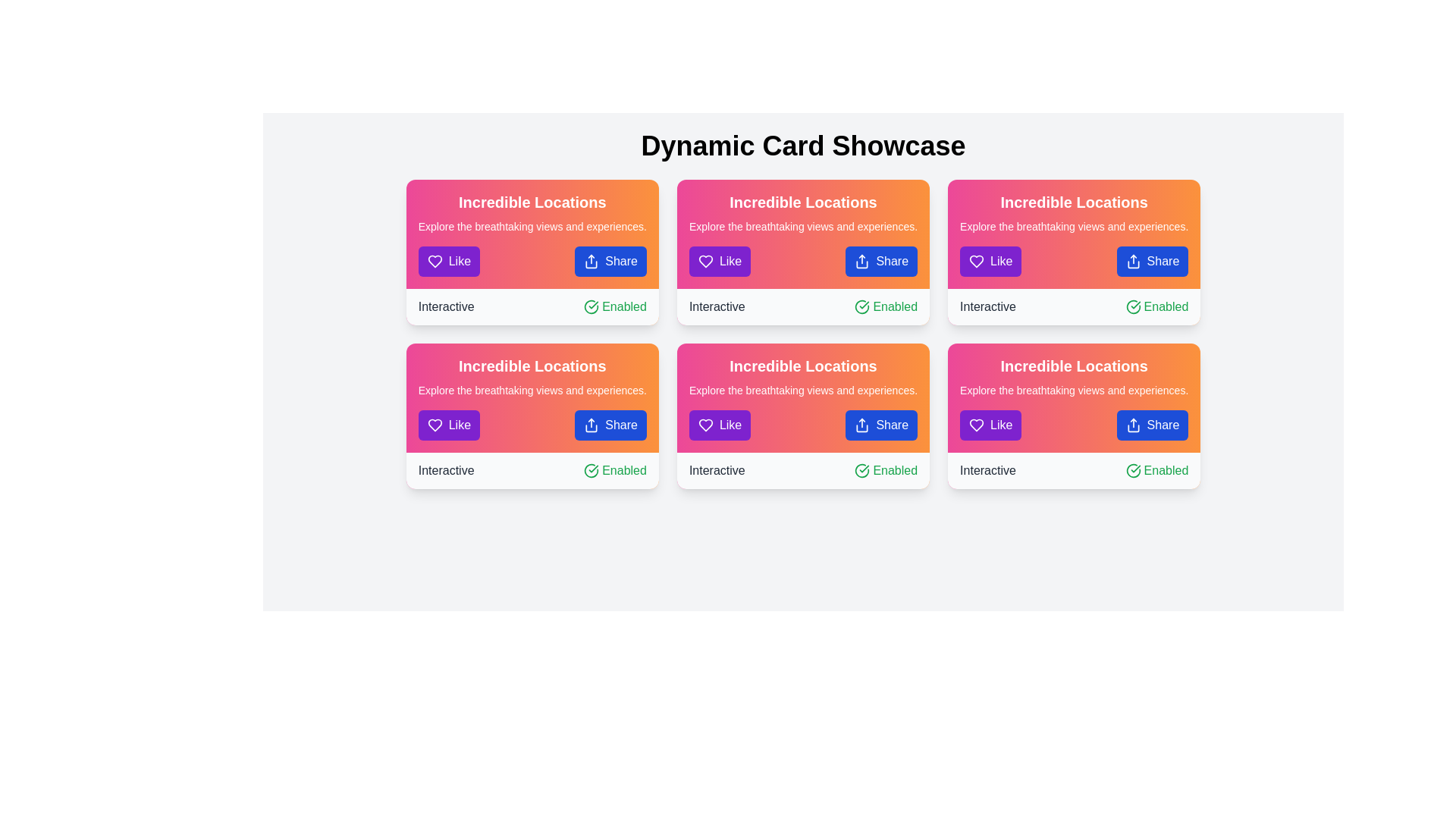  What do you see at coordinates (990, 425) in the screenshot?
I see `the 'Like' button, which is a rounded rectangle with a purple background and white text, to change its shade` at bounding box center [990, 425].